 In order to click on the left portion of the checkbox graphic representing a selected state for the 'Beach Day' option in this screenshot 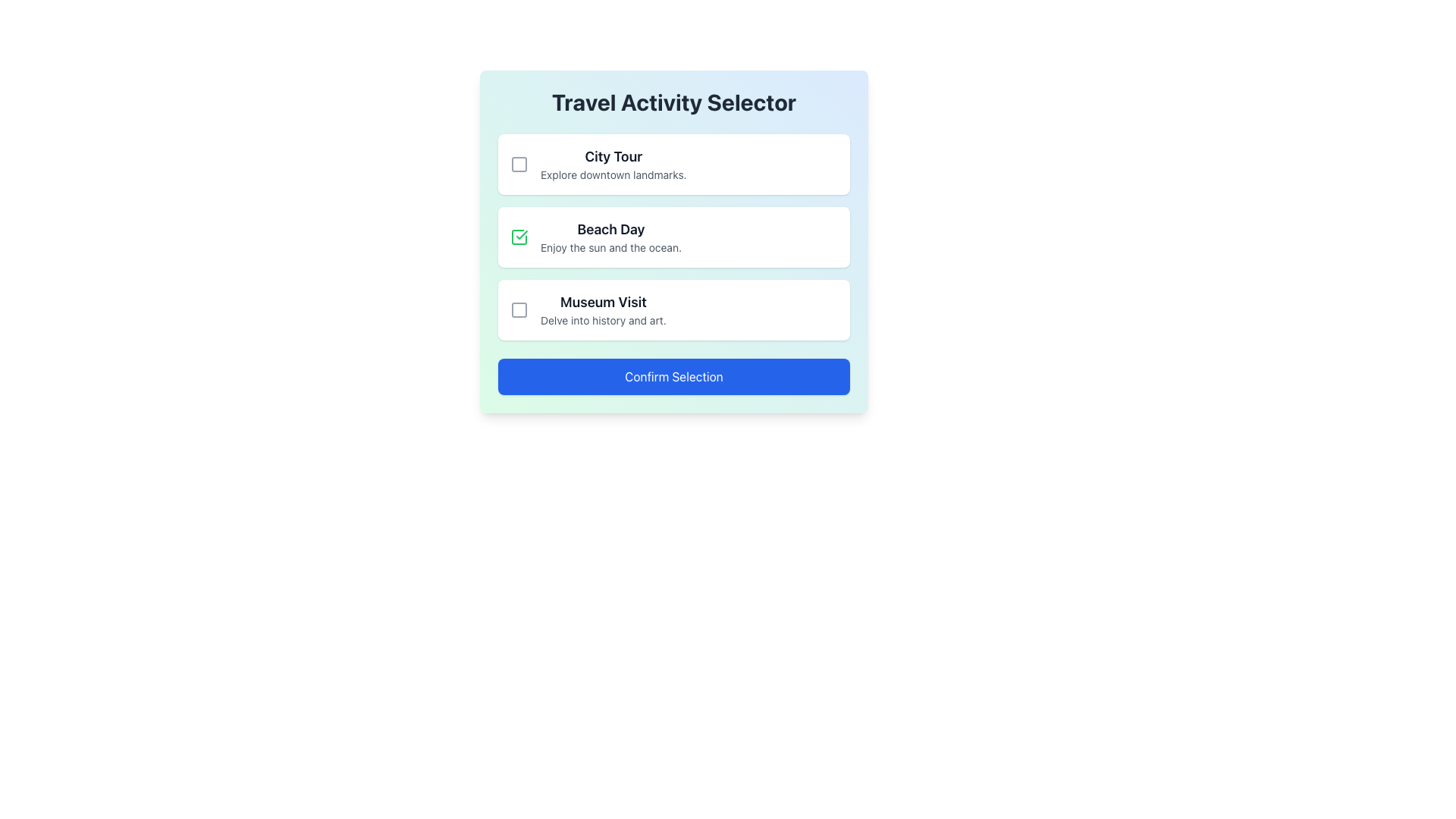, I will do `click(519, 237)`.